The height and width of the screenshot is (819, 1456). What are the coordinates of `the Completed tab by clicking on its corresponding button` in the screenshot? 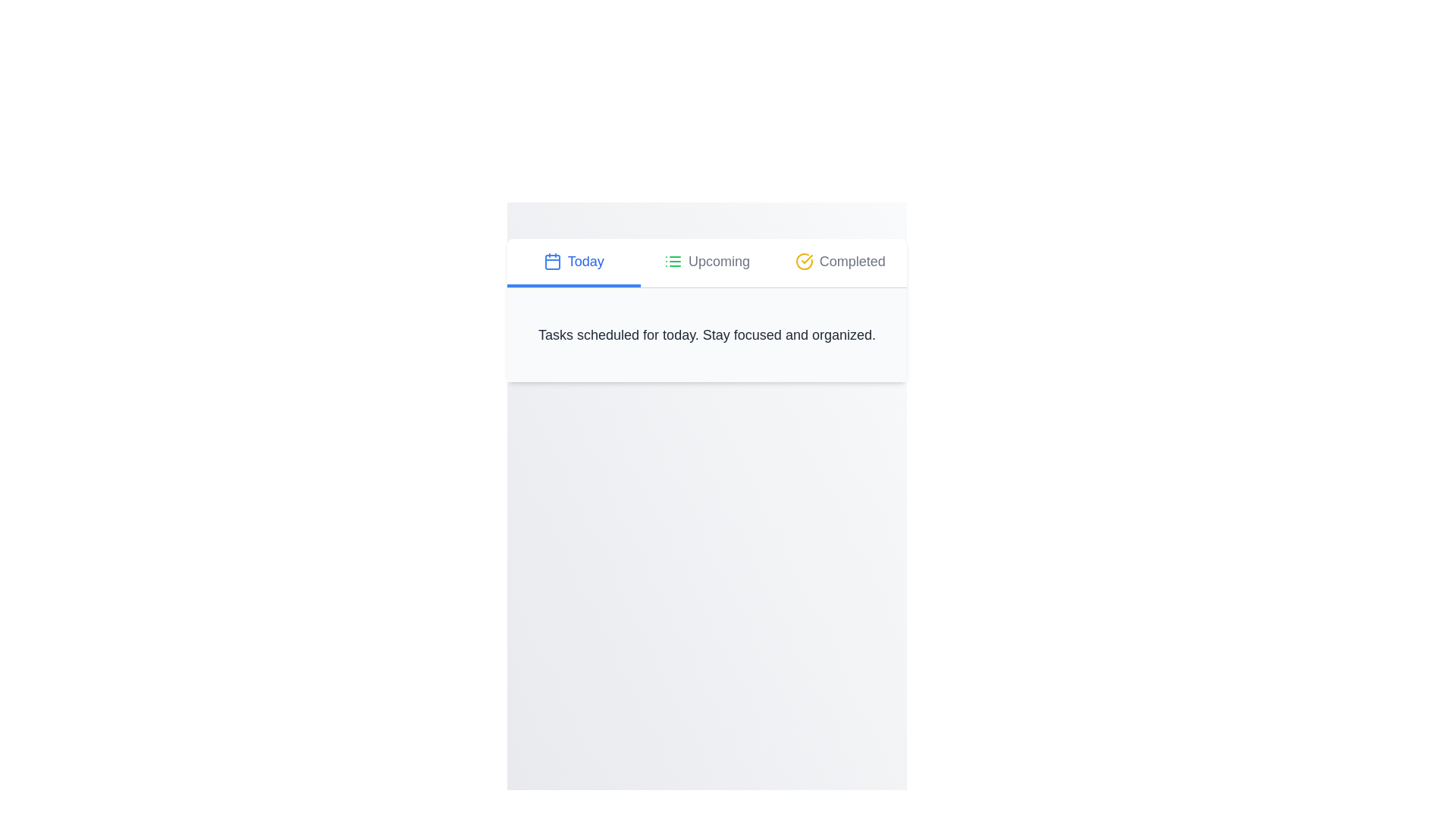 It's located at (839, 262).